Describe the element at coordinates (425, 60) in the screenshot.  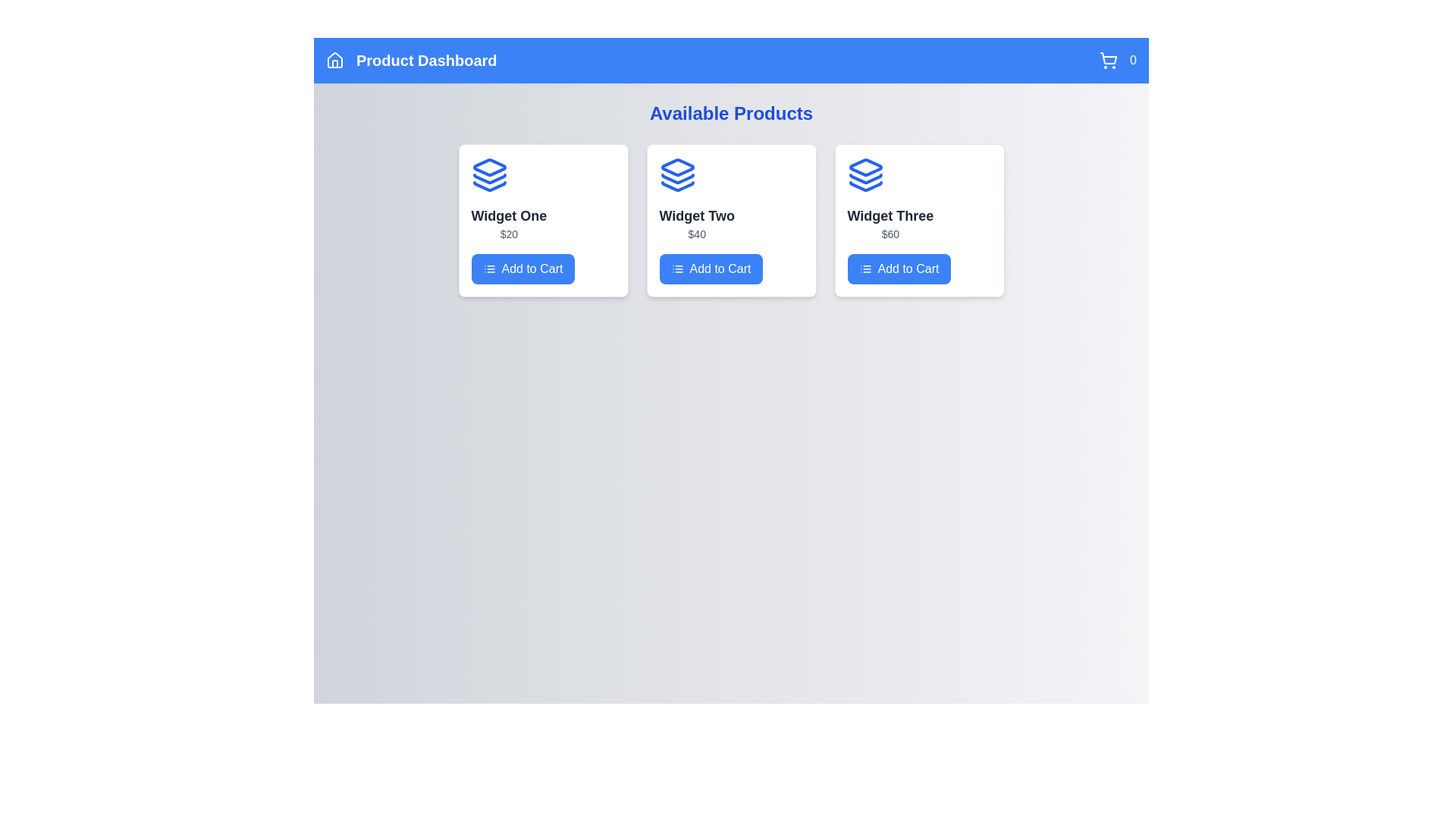
I see `the 'Product Dashboard' text label located in the blue navigation bar, which serves as the title indicating the current section of the application` at that location.